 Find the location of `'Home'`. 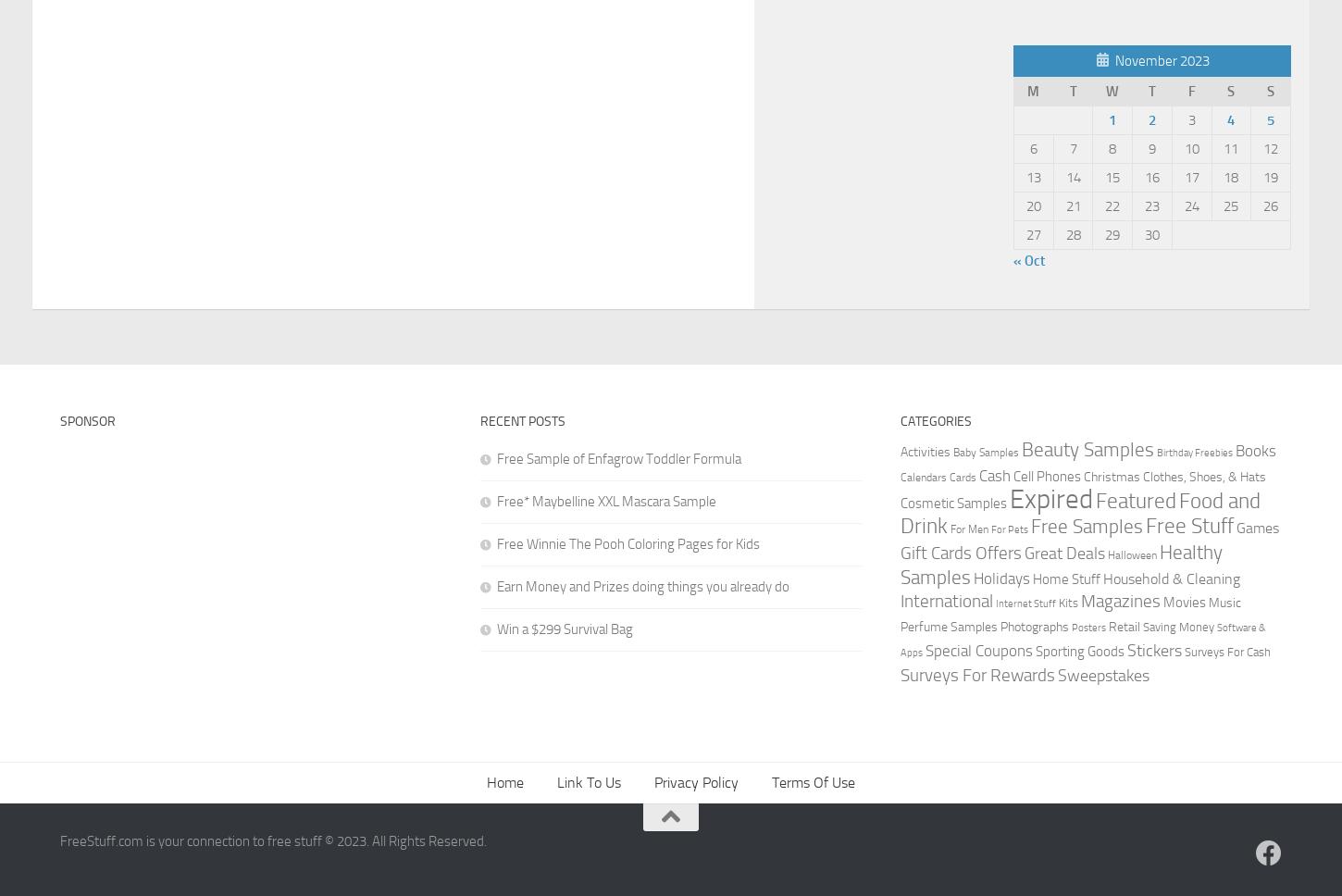

'Home' is located at coordinates (505, 782).